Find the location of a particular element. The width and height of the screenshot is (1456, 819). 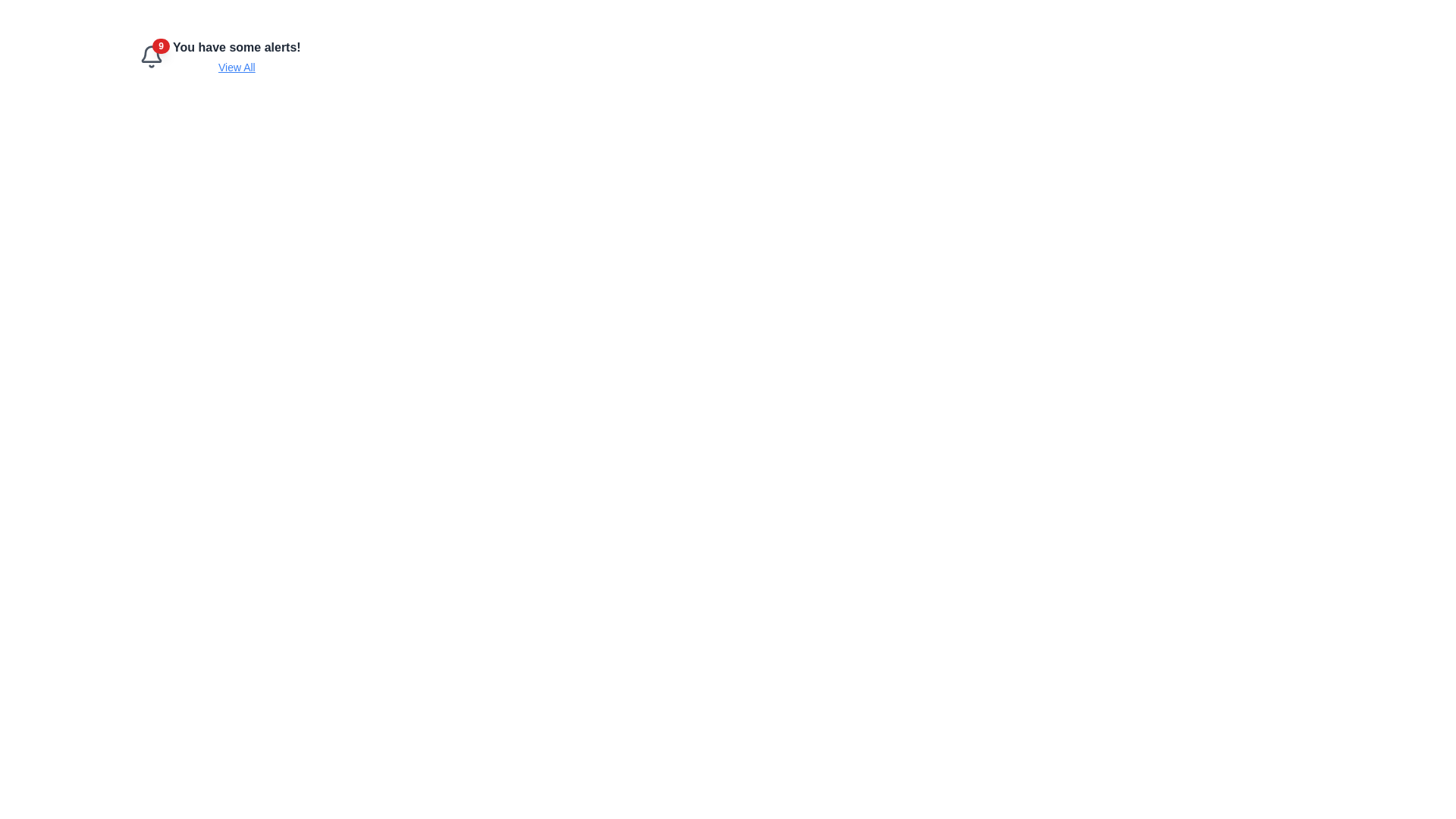

the static text element that reads 'You have some alerts!', which is styled in bold and larger font, positioned above the 'View All' link is located at coordinates (236, 46).